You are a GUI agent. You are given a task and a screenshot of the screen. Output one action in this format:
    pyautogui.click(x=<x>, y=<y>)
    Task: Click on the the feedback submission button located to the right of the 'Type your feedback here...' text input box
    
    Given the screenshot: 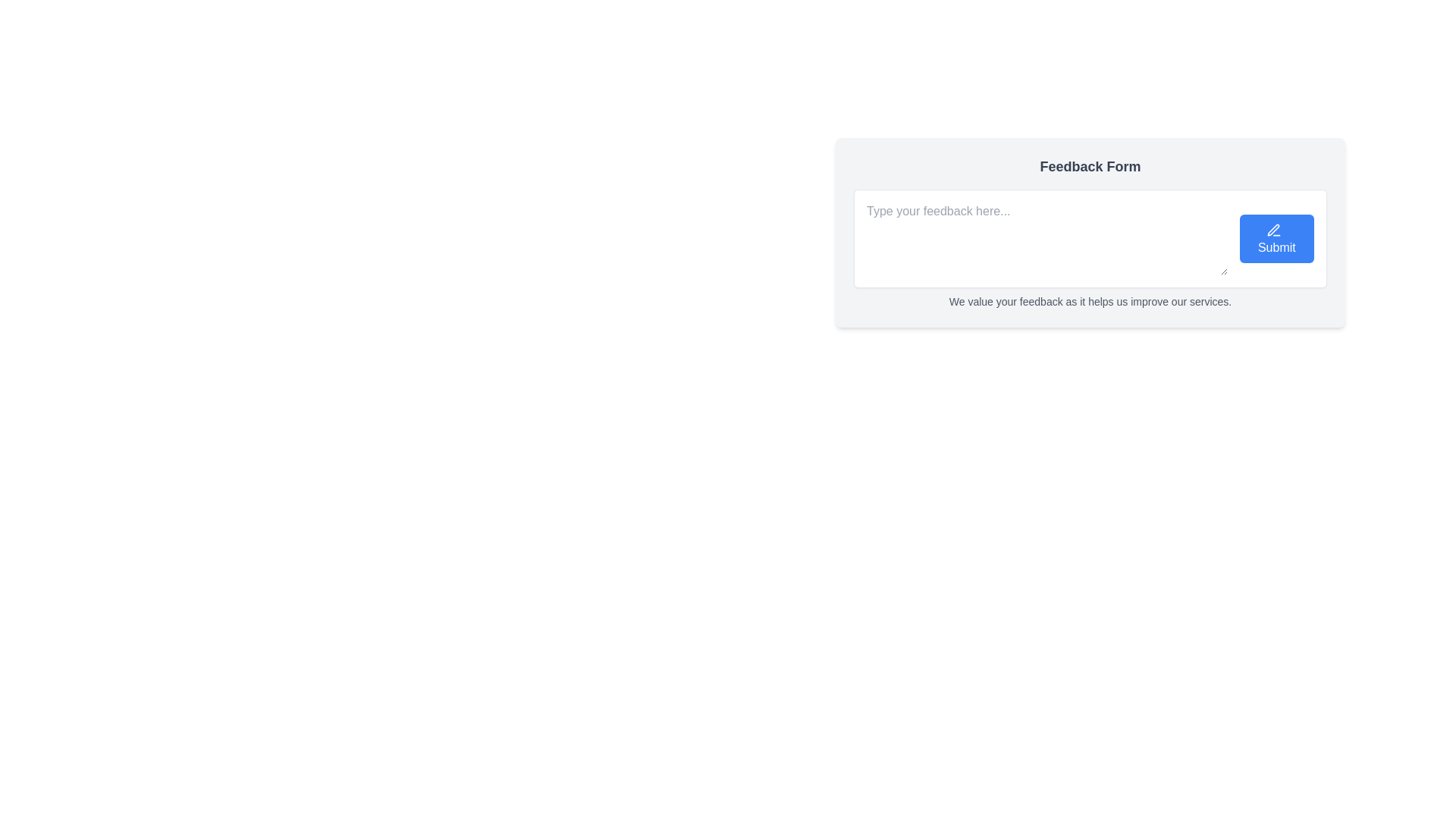 What is the action you would take?
    pyautogui.click(x=1276, y=239)
    